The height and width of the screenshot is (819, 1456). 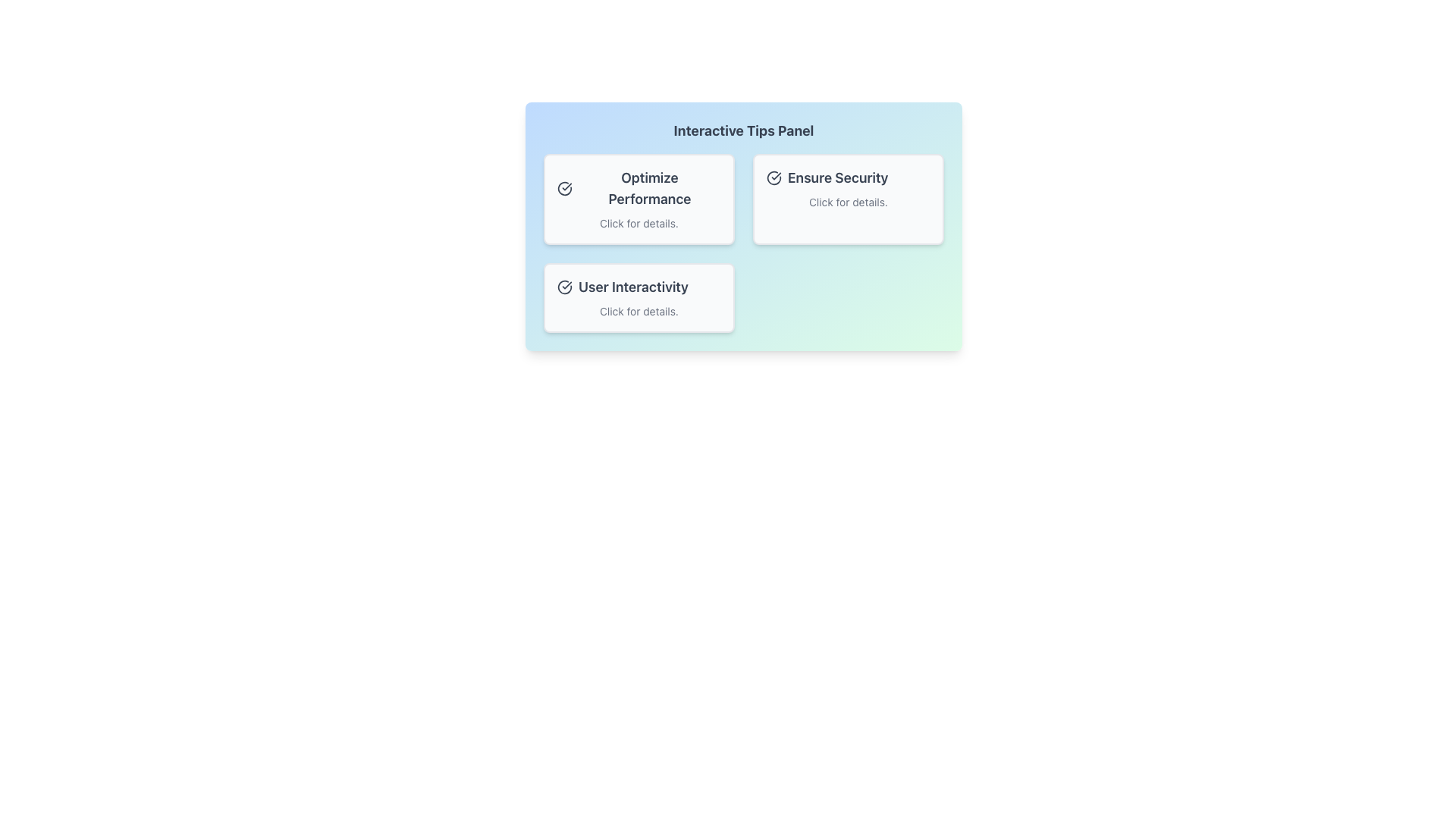 What do you see at coordinates (847, 201) in the screenshot?
I see `the text label that reads 'Click for details.' located below the main title within the 'Ensure Security' card` at bounding box center [847, 201].